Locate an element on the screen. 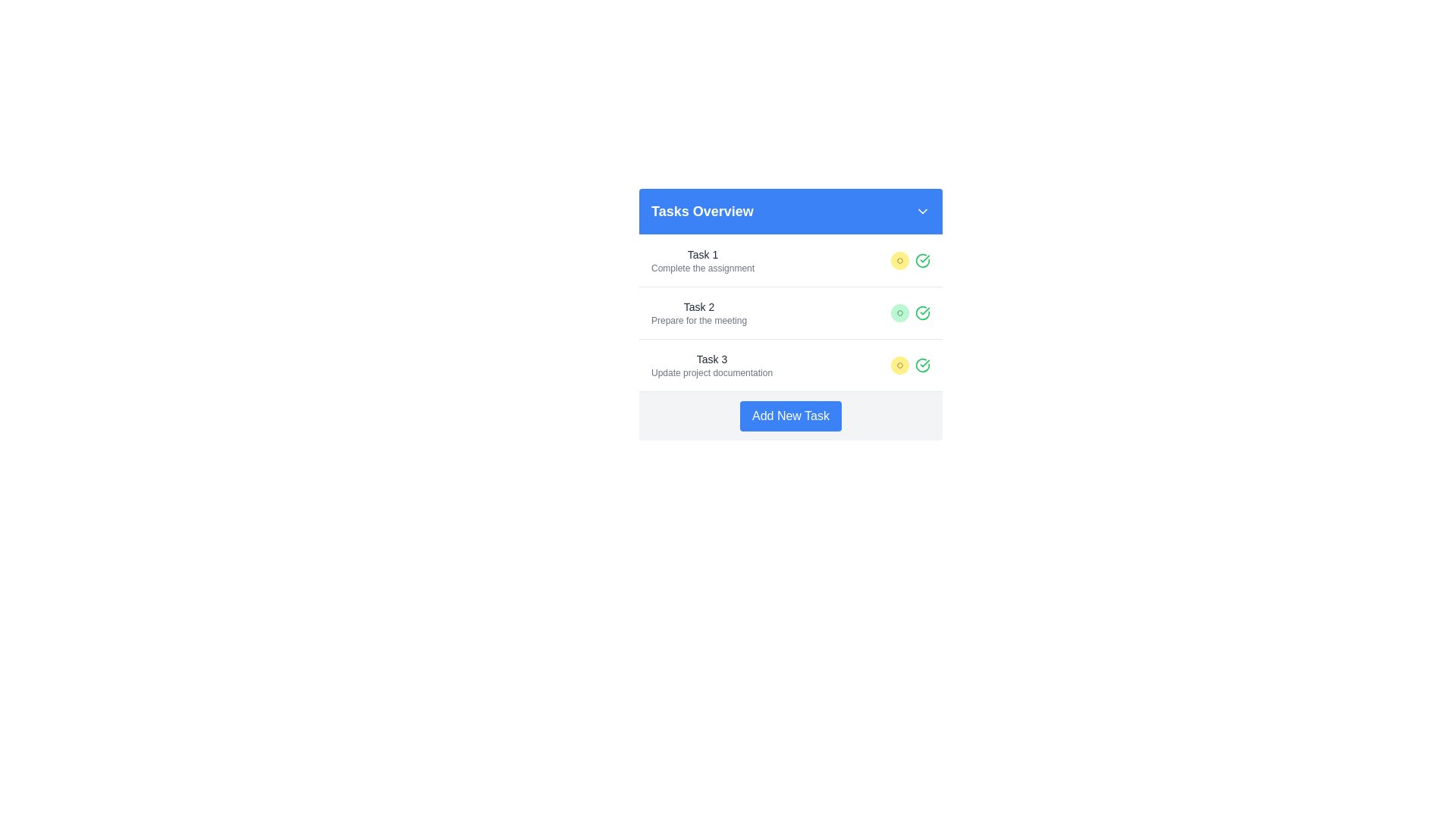 This screenshot has height=819, width=1456. the first task entry in the task list under 'Tasks Overview' is located at coordinates (789, 260).